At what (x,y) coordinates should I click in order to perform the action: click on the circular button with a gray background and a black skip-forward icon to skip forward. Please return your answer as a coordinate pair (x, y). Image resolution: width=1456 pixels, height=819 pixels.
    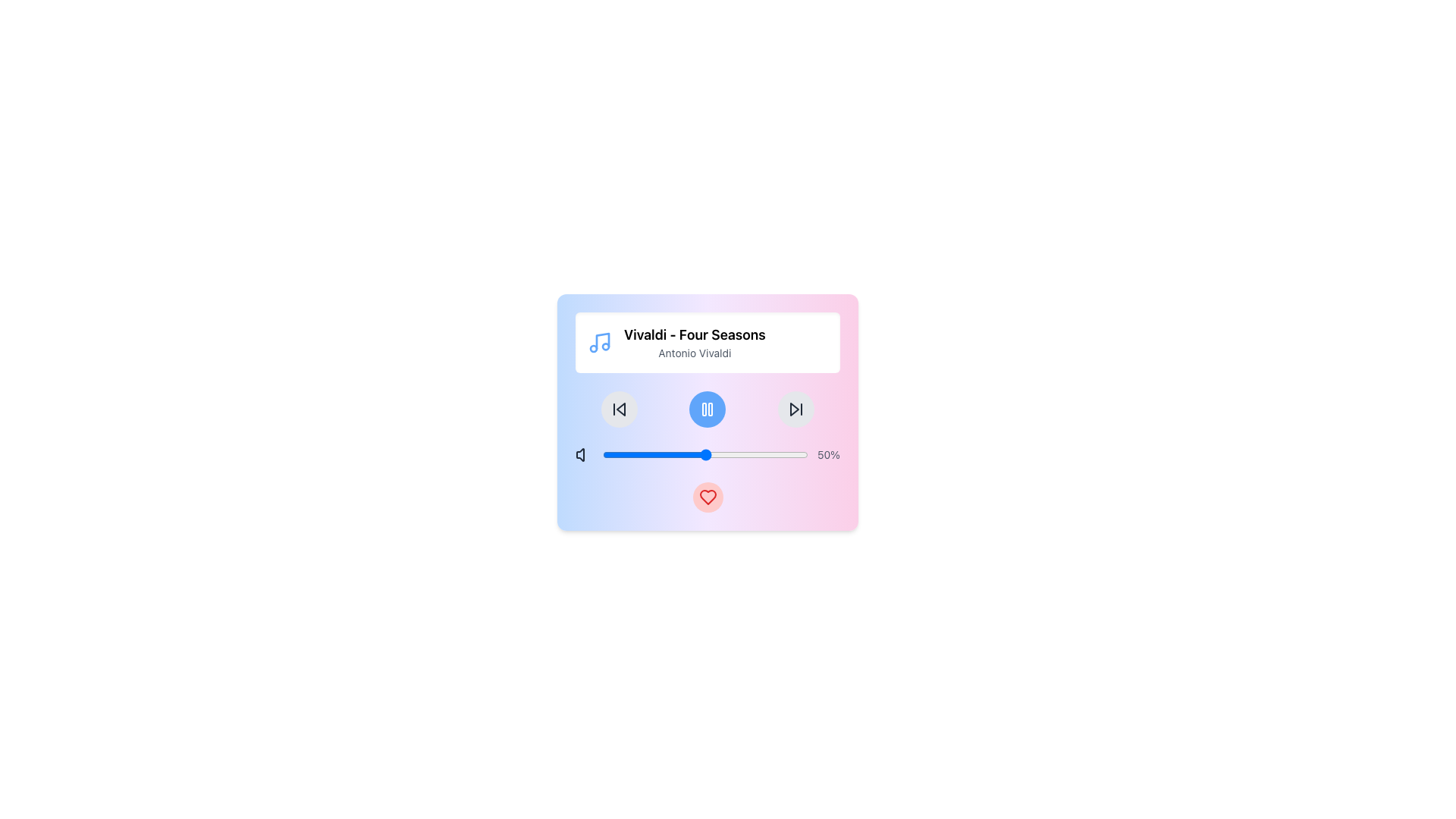
    Looking at the image, I should click on (795, 409).